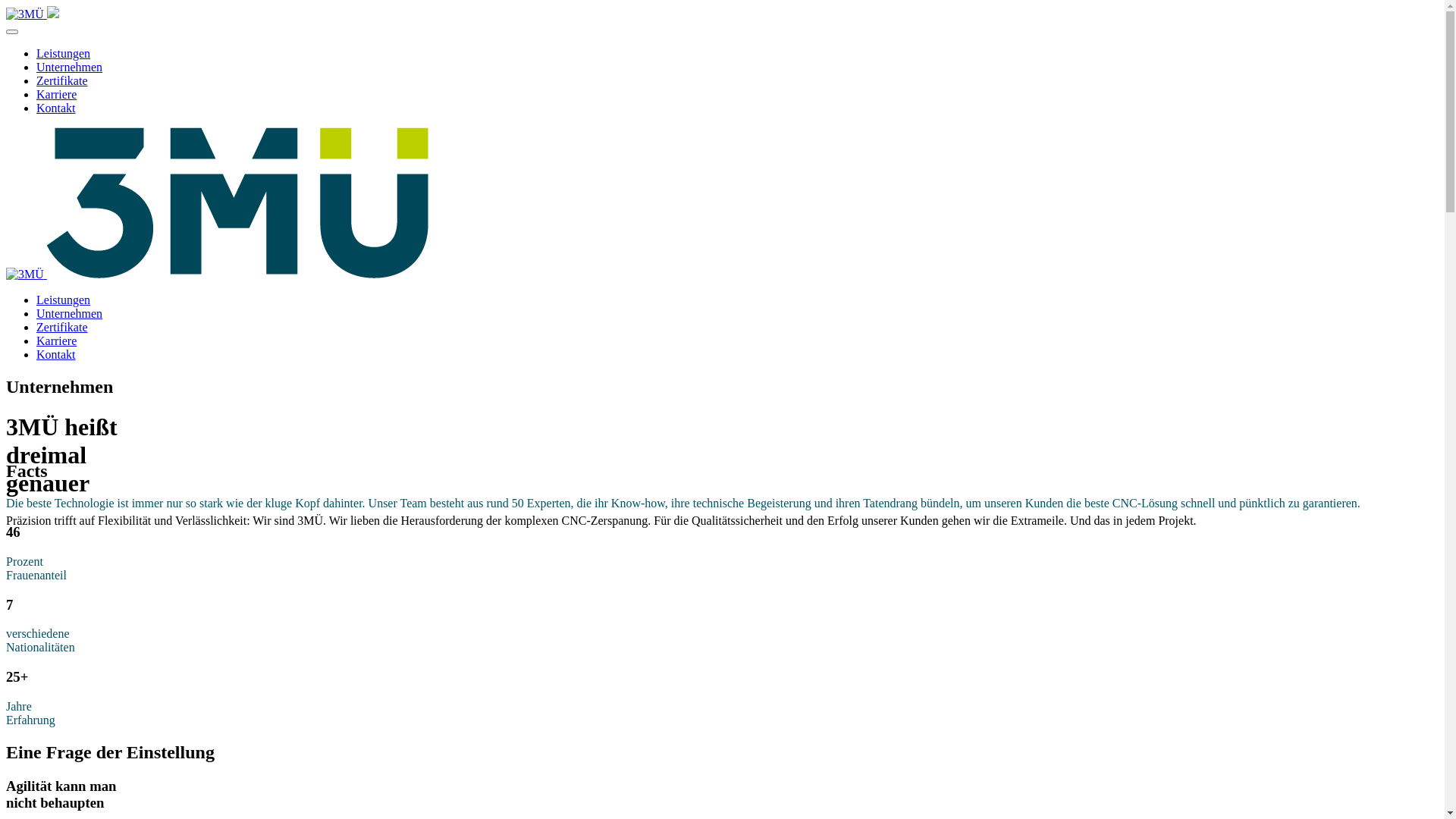 The width and height of the screenshot is (1456, 819). I want to click on 'Kontakt', so click(55, 354).